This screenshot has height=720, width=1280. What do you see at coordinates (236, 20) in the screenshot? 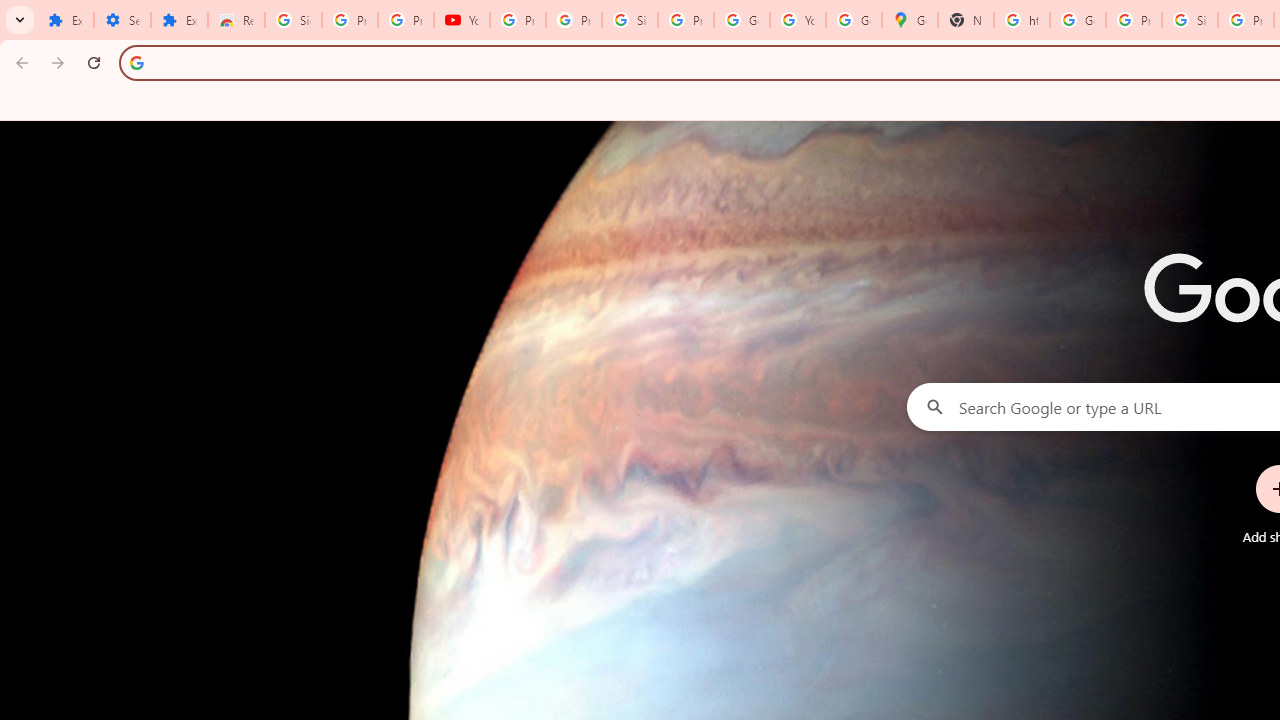
I see `'Reviews: Helix Fruit Jump Arcade Game'` at bounding box center [236, 20].